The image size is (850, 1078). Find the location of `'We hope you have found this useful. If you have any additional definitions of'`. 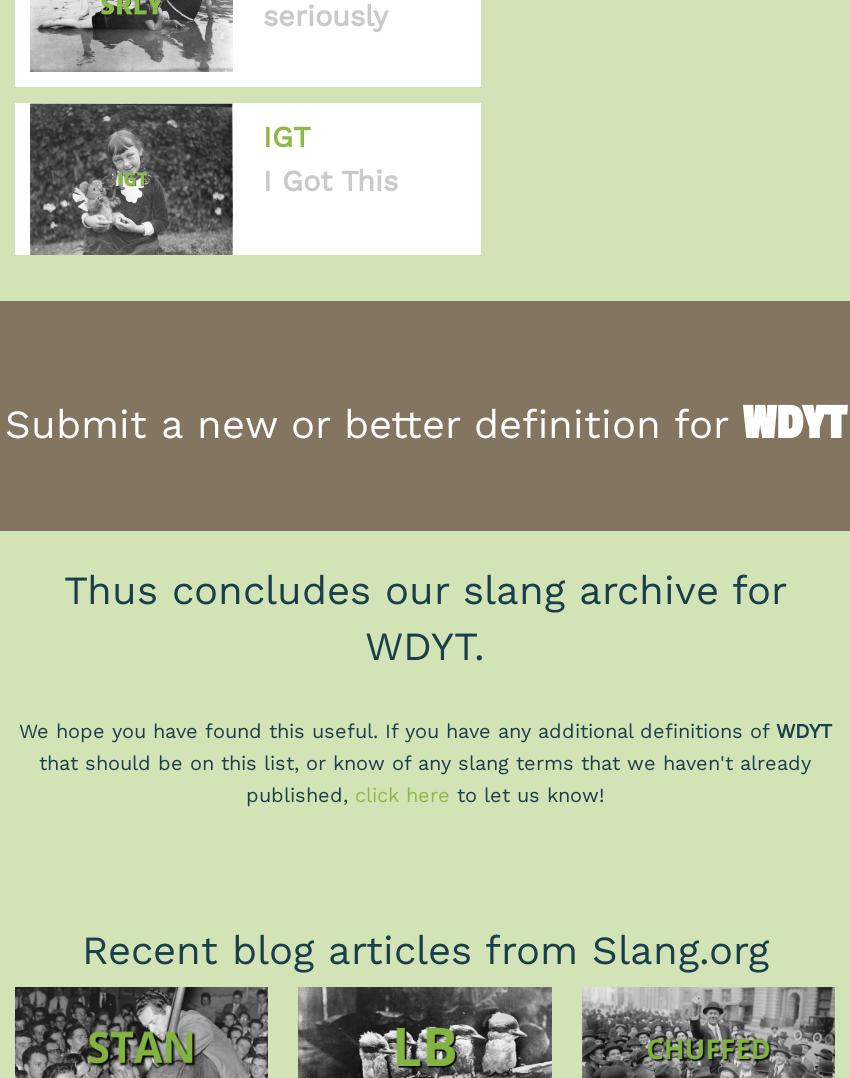

'We hope you have found this useful. If you have any additional definitions of' is located at coordinates (17, 729).